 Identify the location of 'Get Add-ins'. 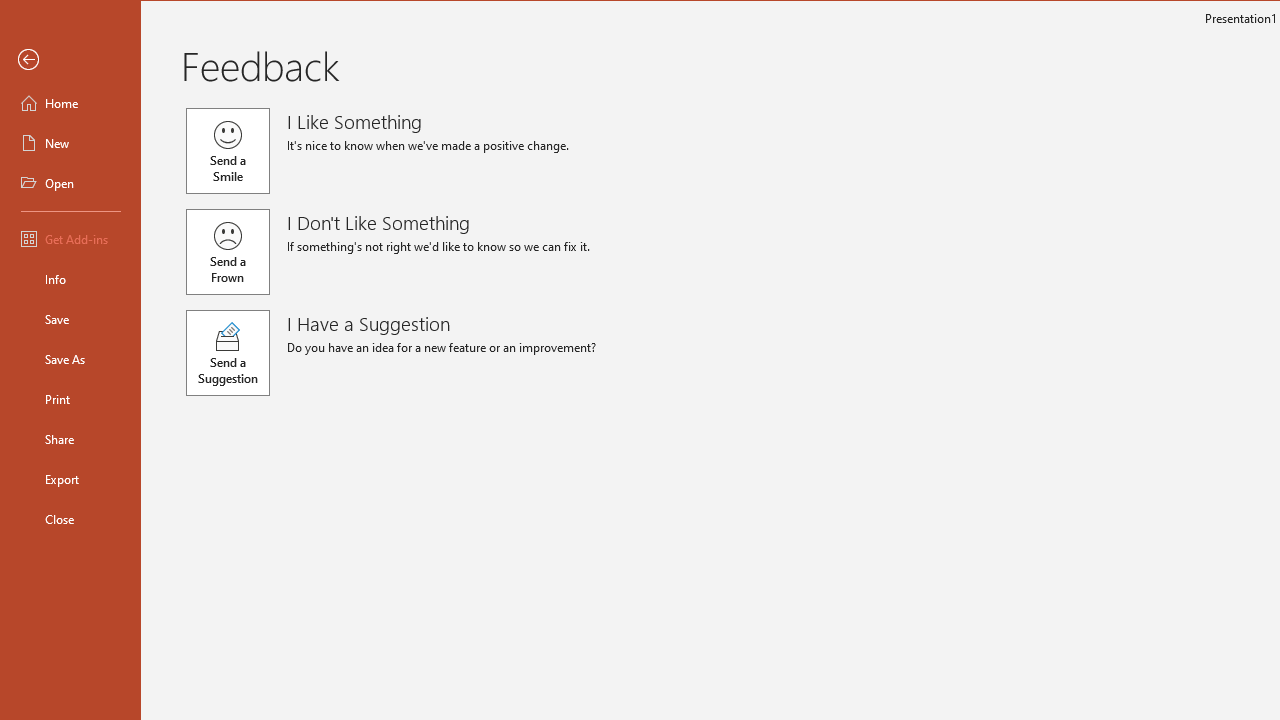
(71, 238).